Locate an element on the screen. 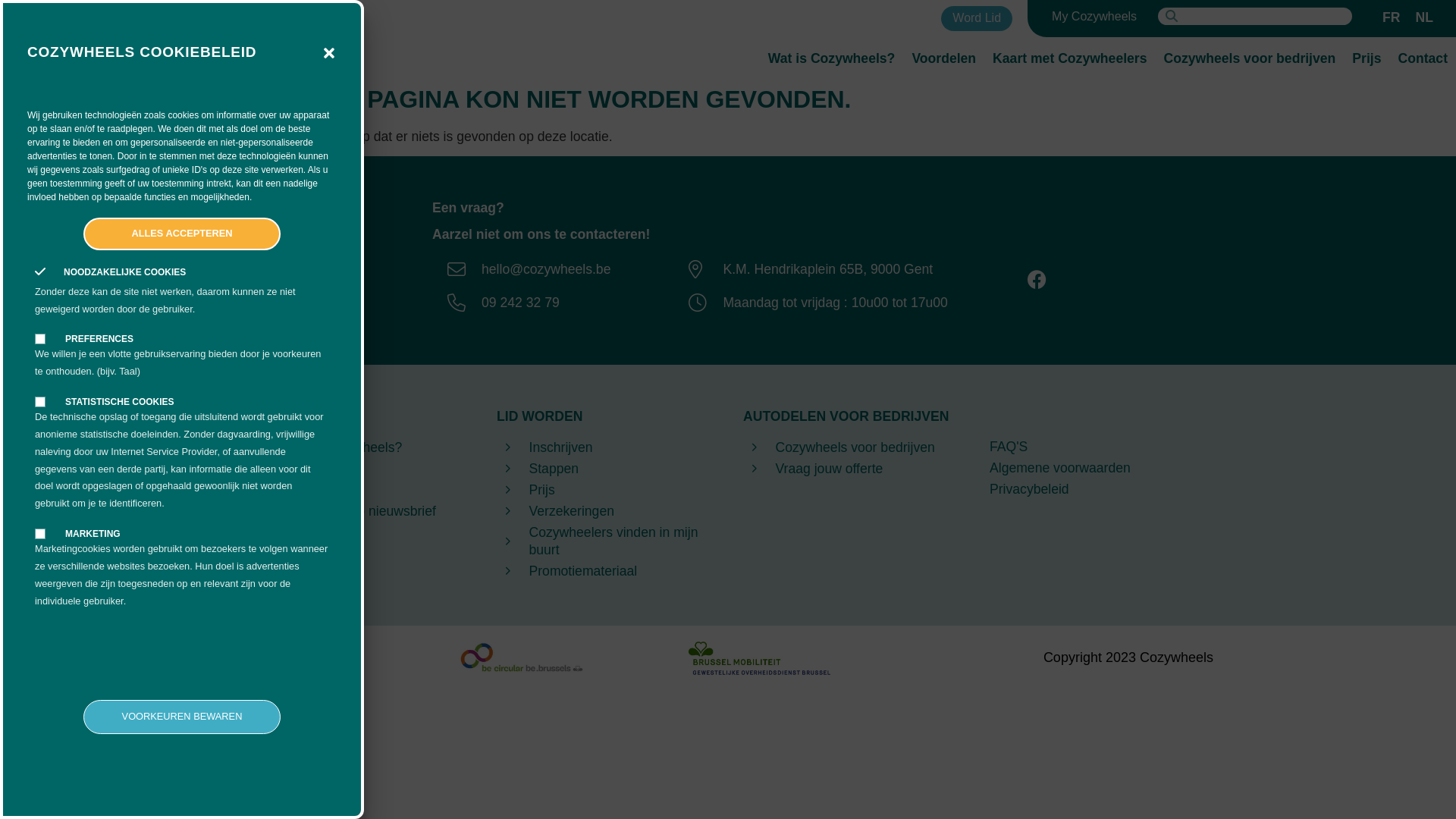 The width and height of the screenshot is (1456, 819). 'VOORKEUREN BEWAREN' is located at coordinates (83, 717).